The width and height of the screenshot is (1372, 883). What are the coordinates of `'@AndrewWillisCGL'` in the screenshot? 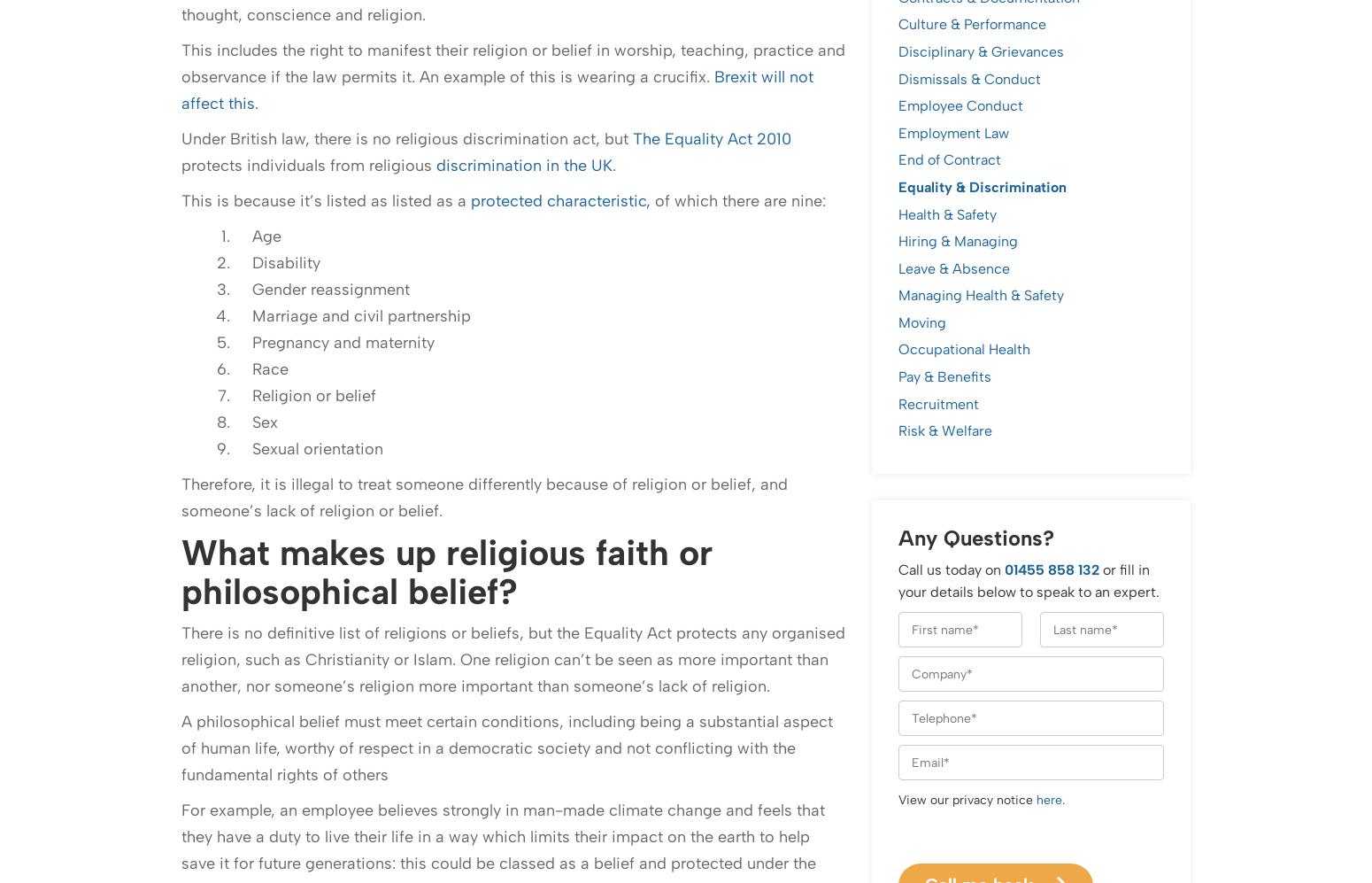 It's located at (459, 197).